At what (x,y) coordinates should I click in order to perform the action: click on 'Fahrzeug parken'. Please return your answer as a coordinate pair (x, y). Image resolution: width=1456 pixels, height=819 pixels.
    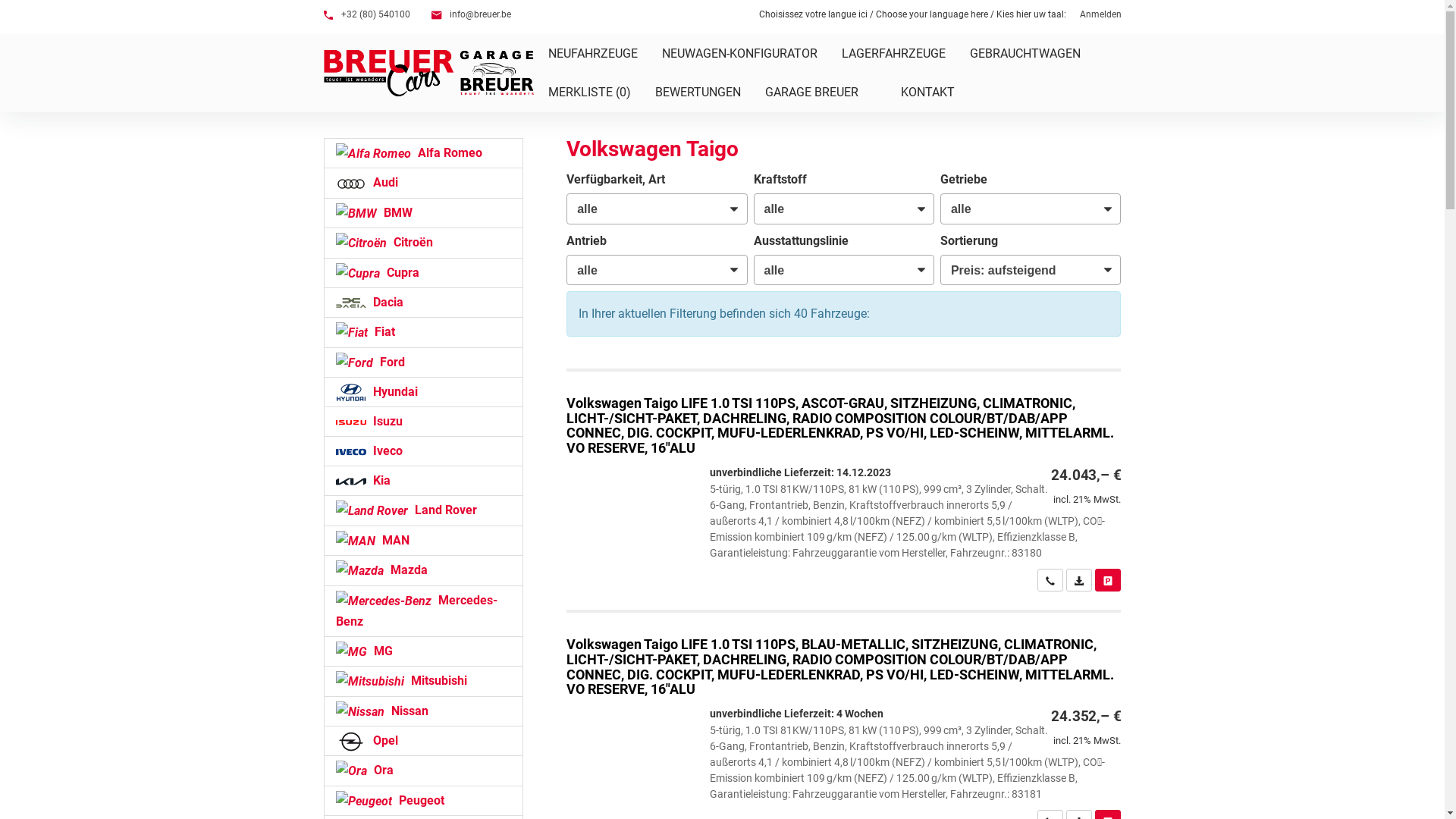
    Looking at the image, I should click on (1107, 579).